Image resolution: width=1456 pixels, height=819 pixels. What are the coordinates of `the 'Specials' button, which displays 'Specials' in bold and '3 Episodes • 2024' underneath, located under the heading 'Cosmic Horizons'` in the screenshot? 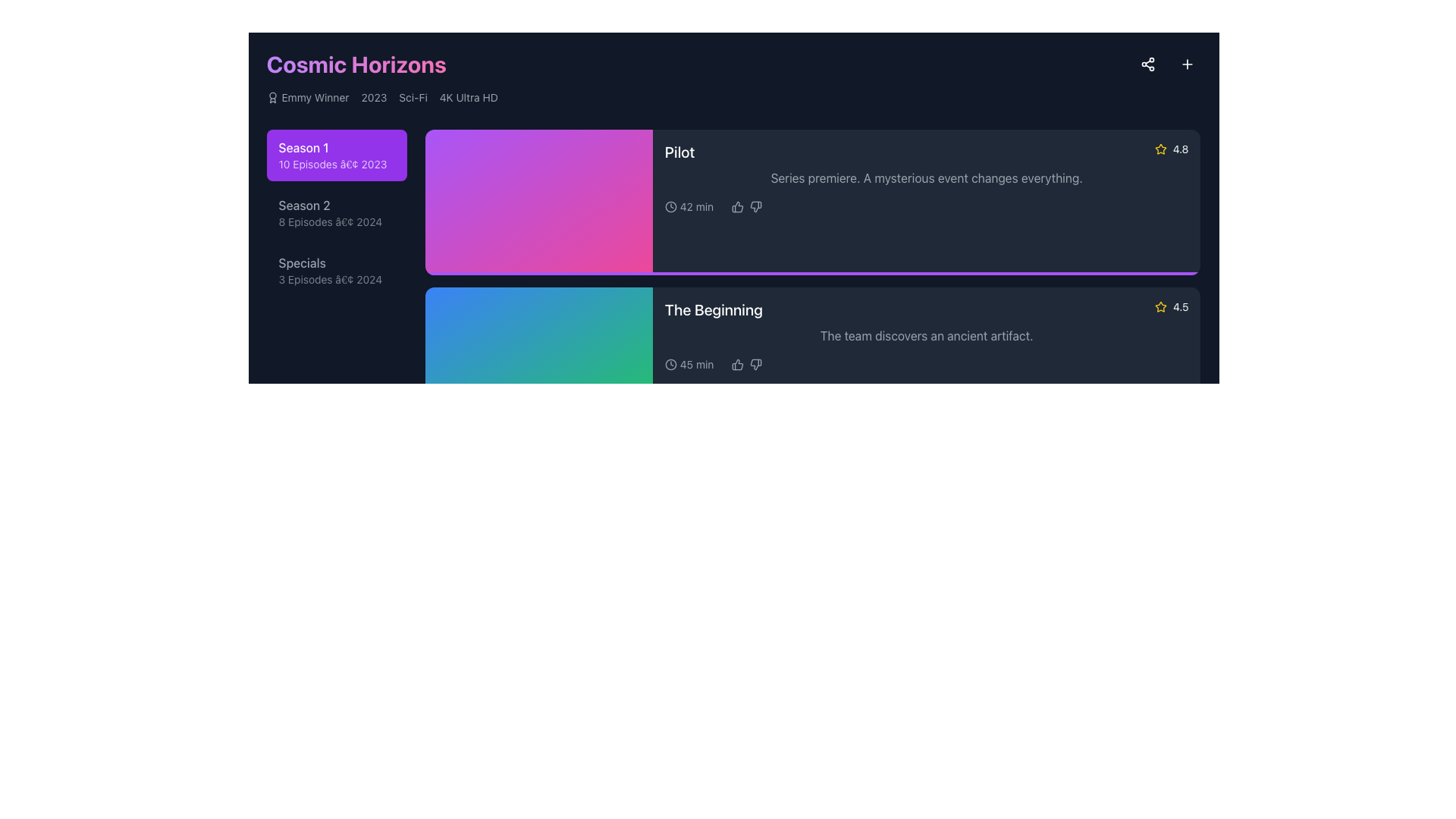 It's located at (336, 270).